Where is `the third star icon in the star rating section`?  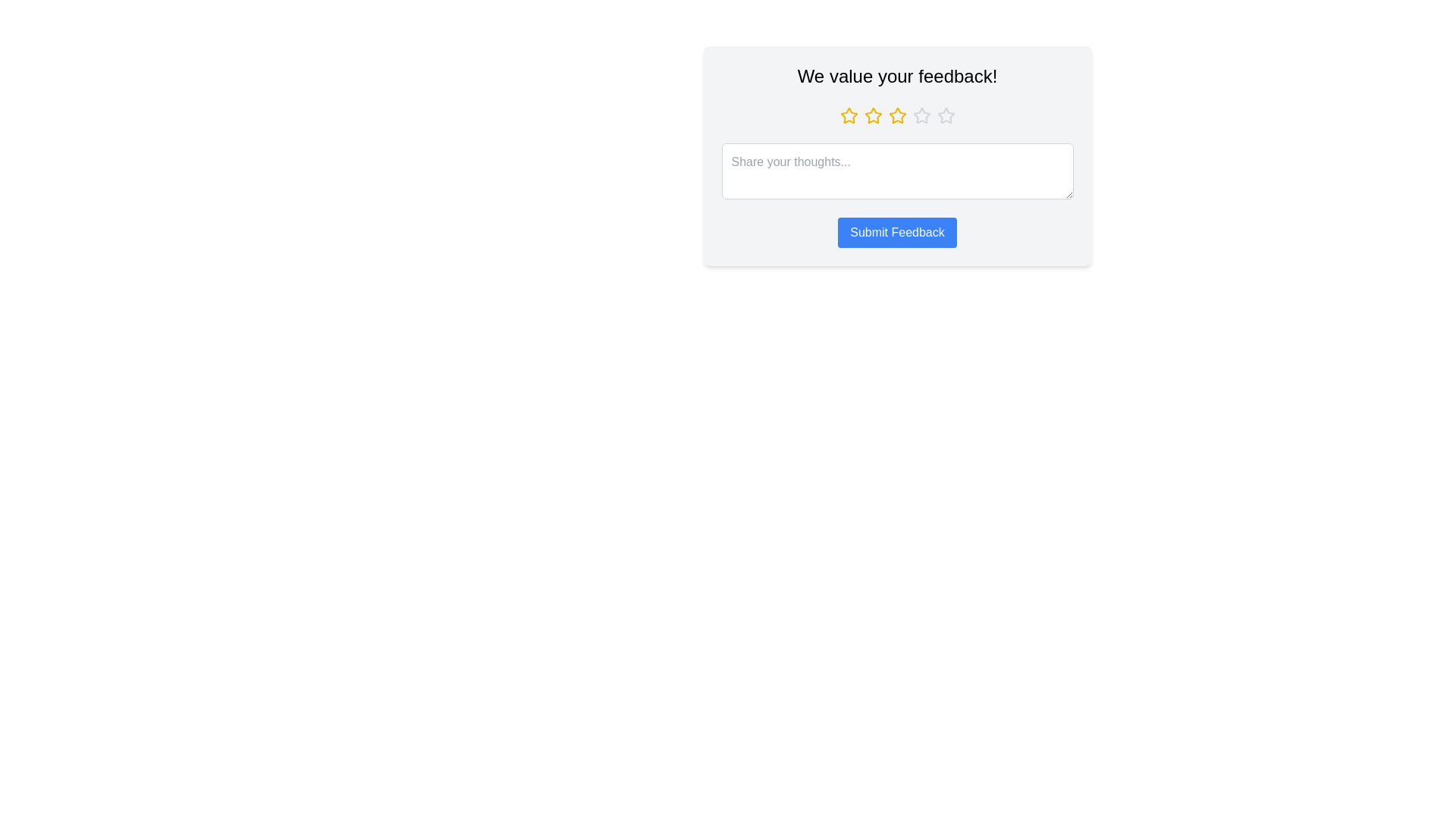 the third star icon in the star rating section is located at coordinates (897, 115).